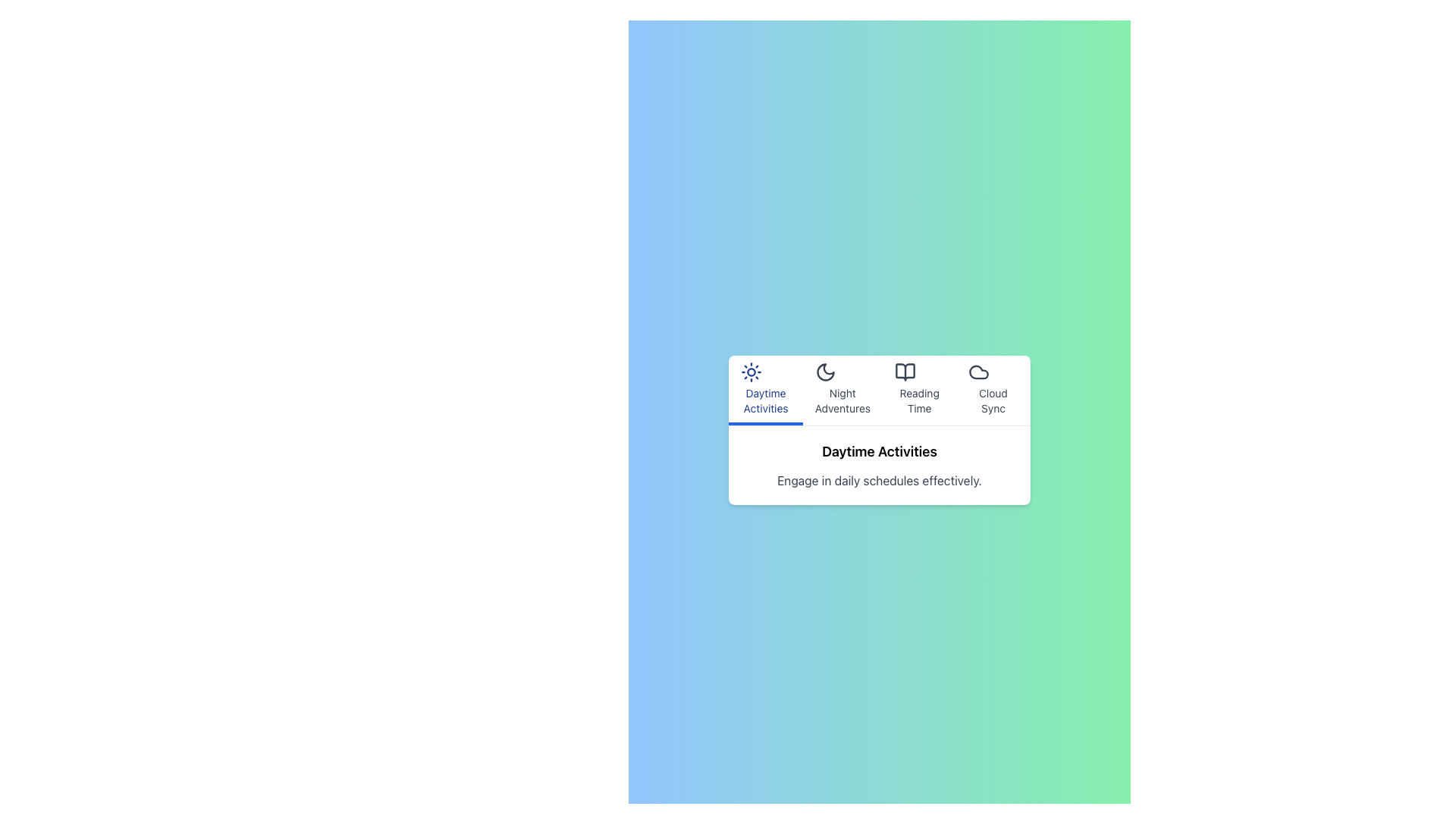 Image resolution: width=1456 pixels, height=819 pixels. I want to click on the cloud-shaped SVG icon in the navigation bar, which is the fourth icon in a horizontally aligned group of minimalist styled icons, so click(979, 372).